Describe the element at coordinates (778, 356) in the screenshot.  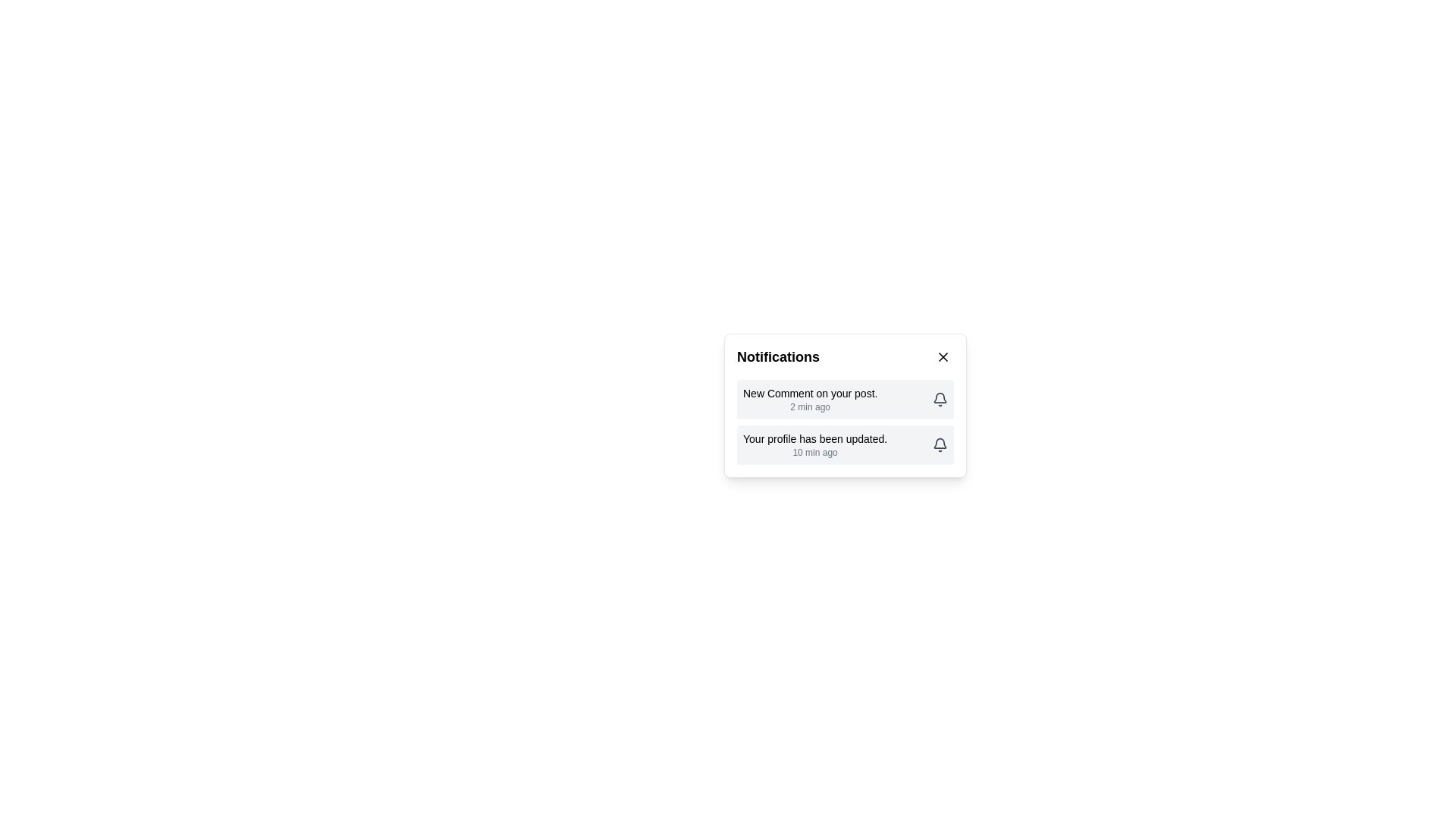
I see `the text label that serves as the header for the notification popup, located at the top-left corner of the popup` at that location.